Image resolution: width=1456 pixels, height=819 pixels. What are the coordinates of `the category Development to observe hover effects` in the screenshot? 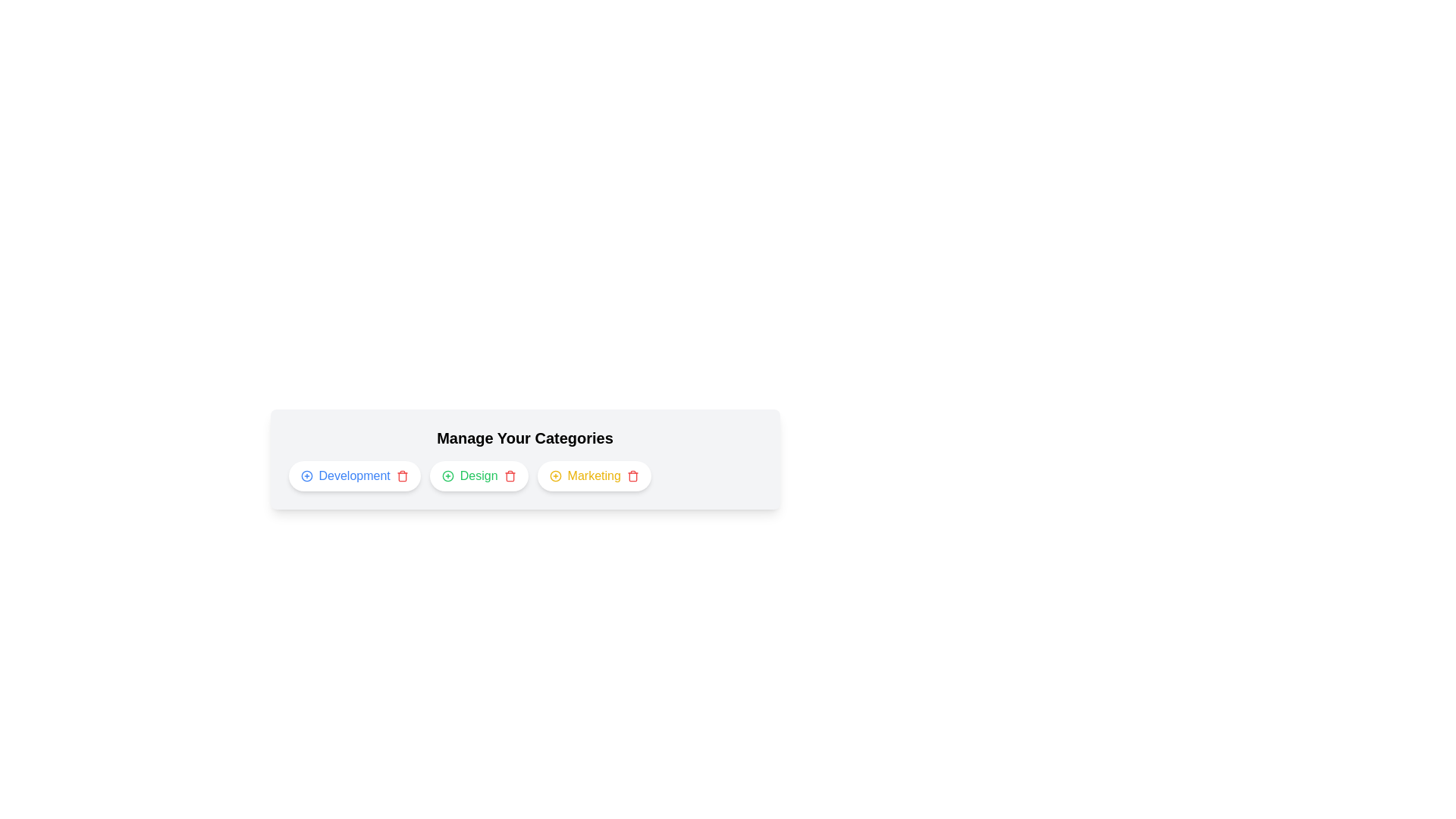 It's located at (353, 475).